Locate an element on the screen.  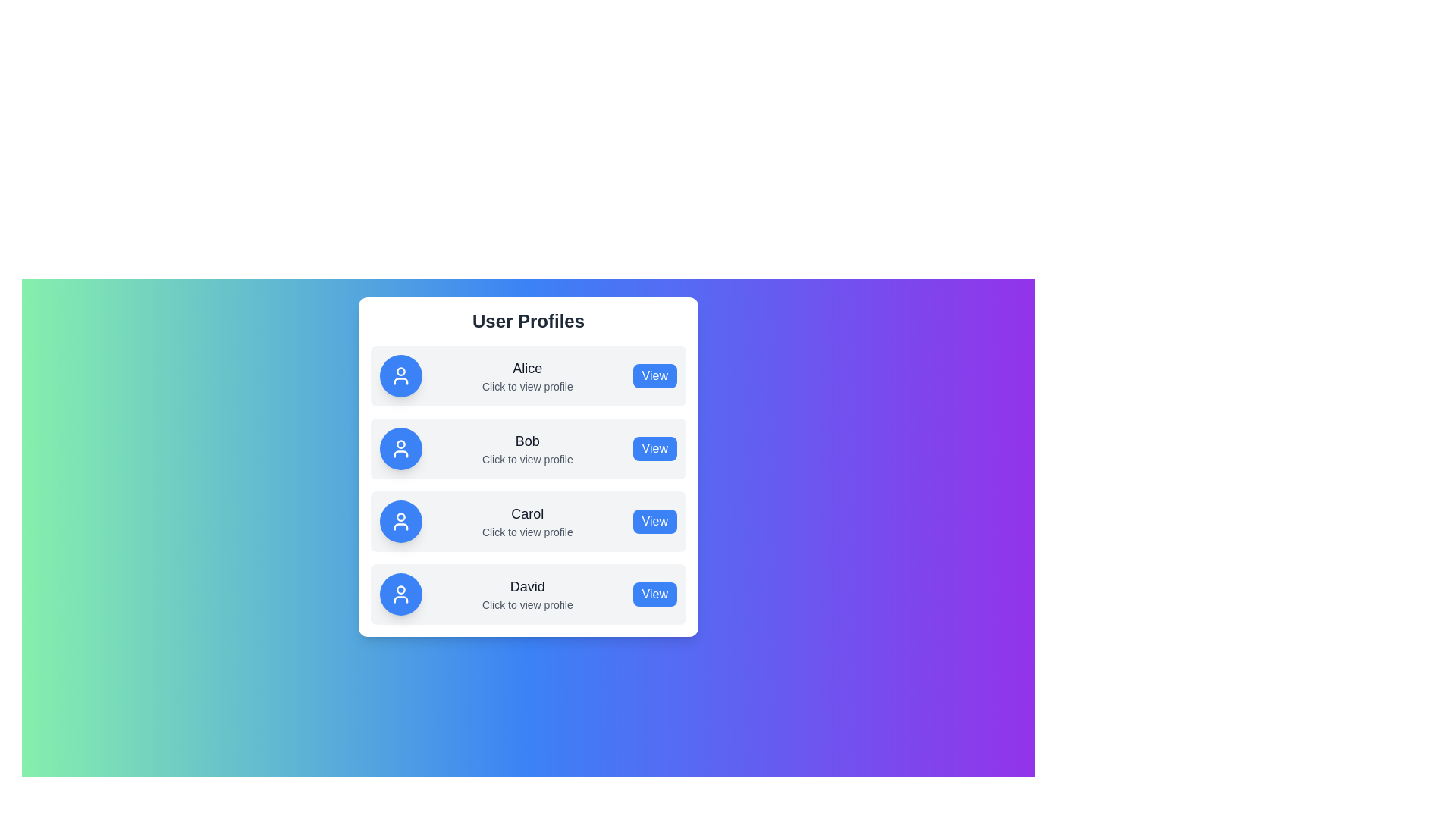
text label displaying 'David' and 'Click to view profile', which is the fourth user profile in the list is located at coordinates (527, 593).